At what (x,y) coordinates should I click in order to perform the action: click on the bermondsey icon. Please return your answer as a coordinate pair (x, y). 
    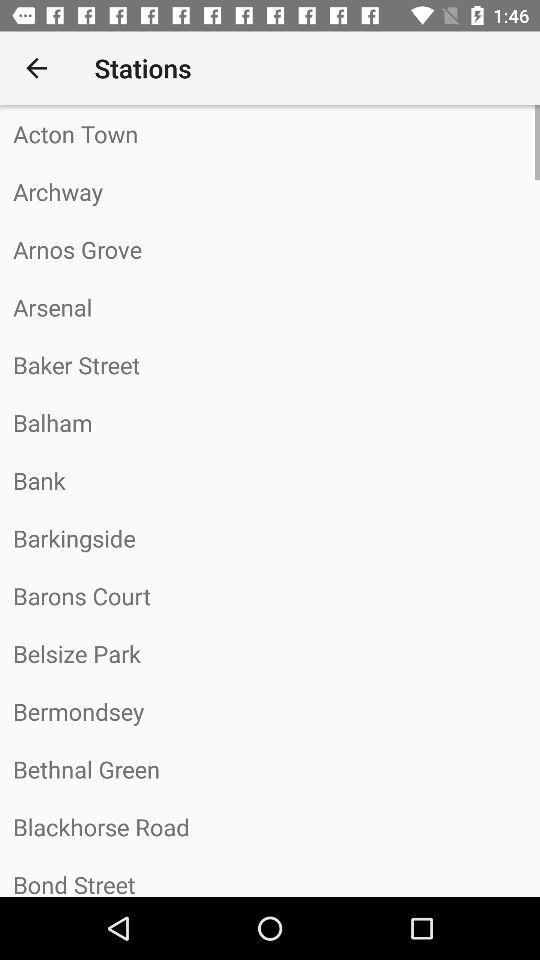
    Looking at the image, I should click on (270, 711).